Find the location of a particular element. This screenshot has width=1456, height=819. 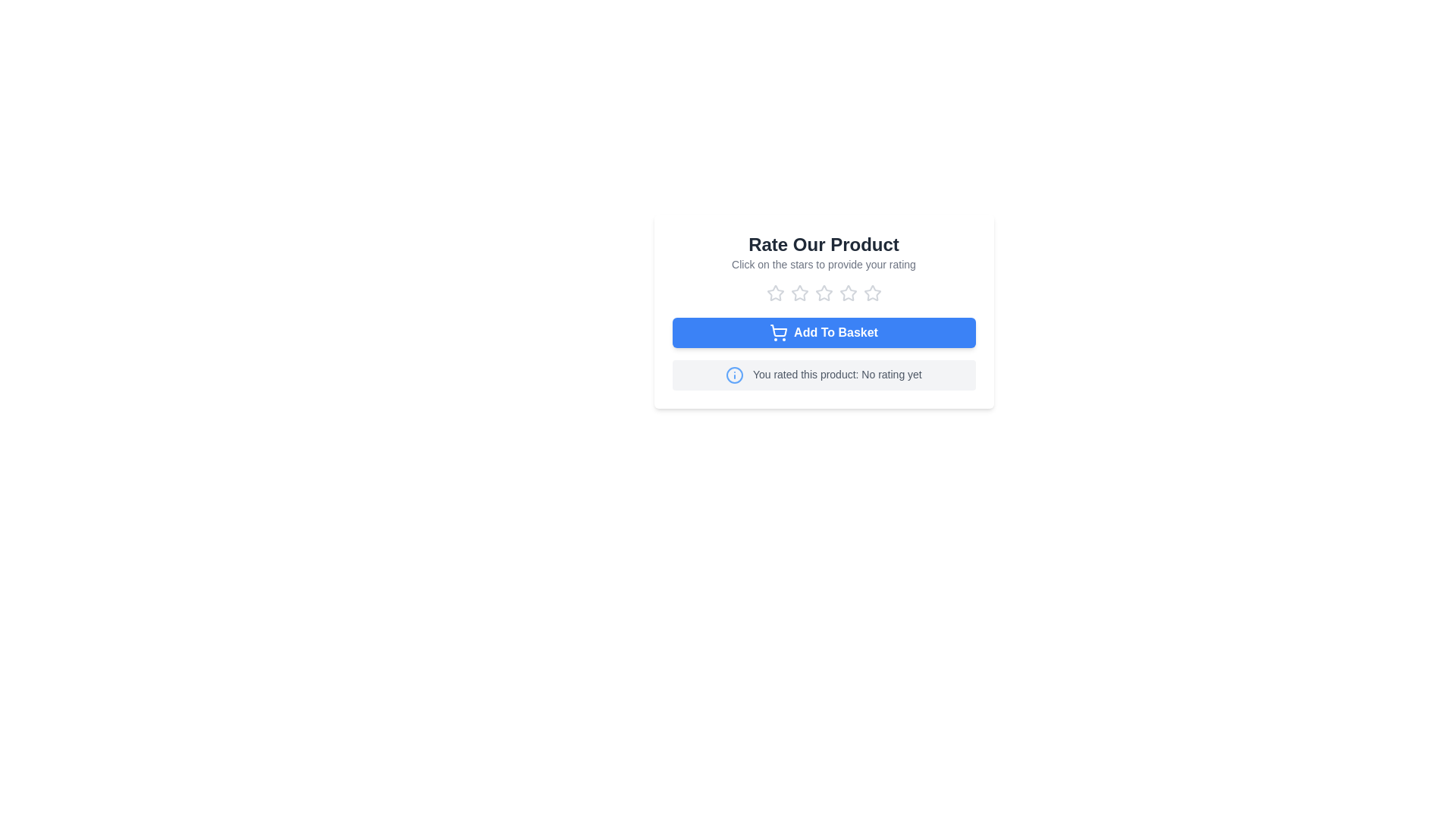

the shopping cart icon within the 'Add To Basket' button, which is centrally located in the button's layout is located at coordinates (779, 329).